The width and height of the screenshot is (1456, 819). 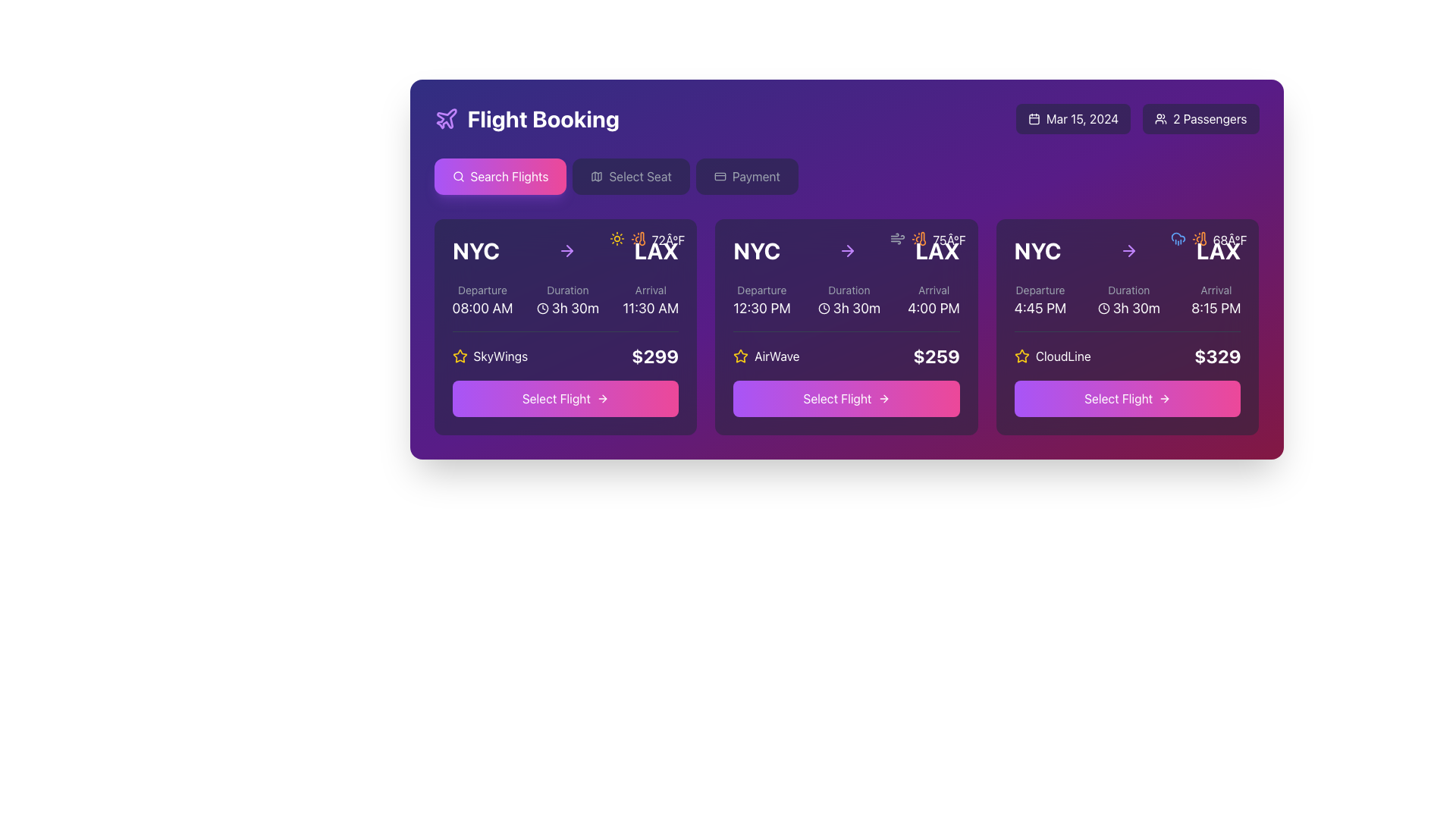 What do you see at coordinates (651, 290) in the screenshot?
I see `the 'Arrival' text label displayed in a small-sized gray font, located above the time indicator '11:30 AM' in the second flight information card` at bounding box center [651, 290].